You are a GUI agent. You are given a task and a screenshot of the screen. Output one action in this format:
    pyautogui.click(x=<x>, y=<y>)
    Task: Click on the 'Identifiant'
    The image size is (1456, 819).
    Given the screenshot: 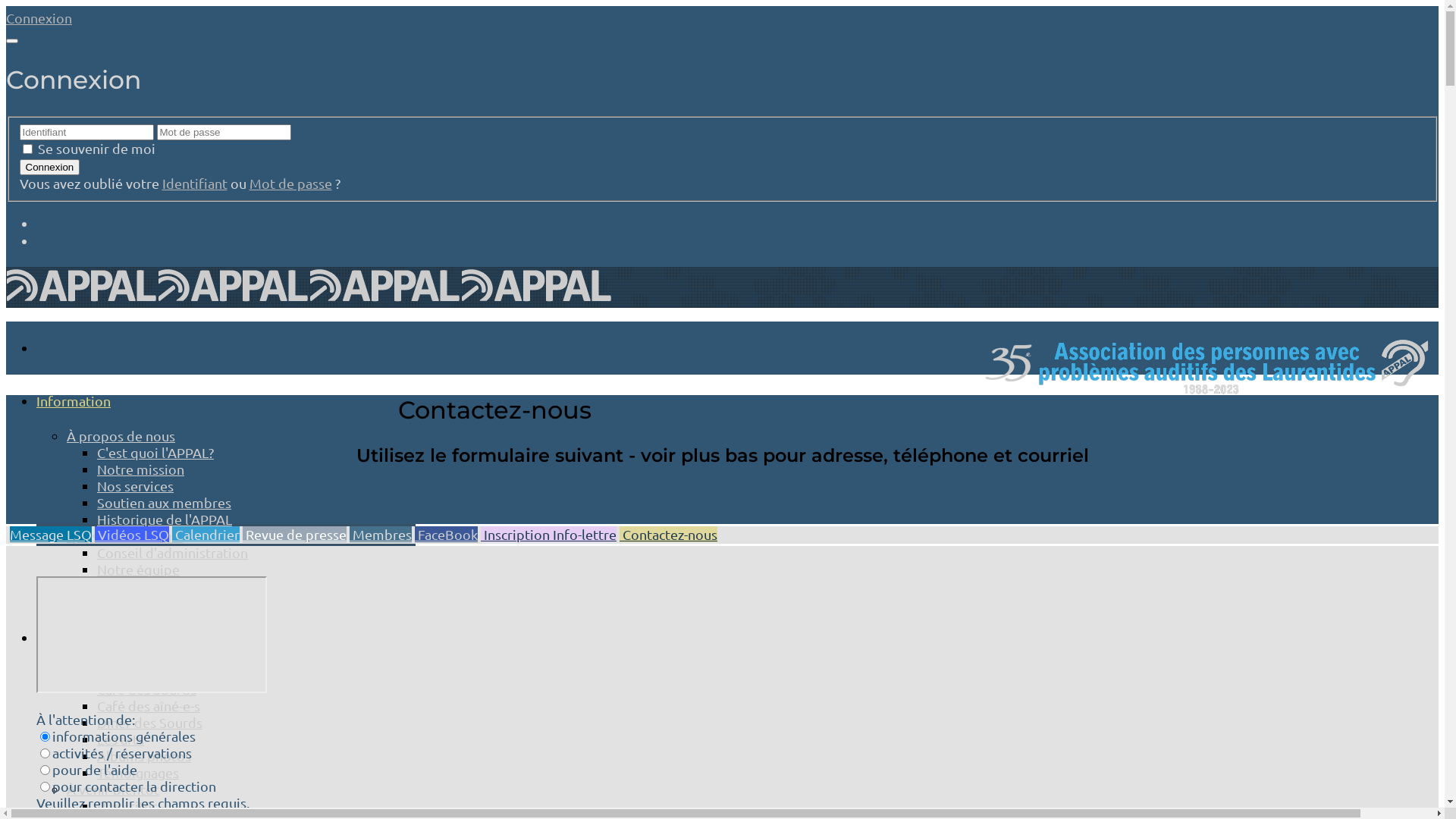 What is the action you would take?
    pyautogui.click(x=194, y=182)
    